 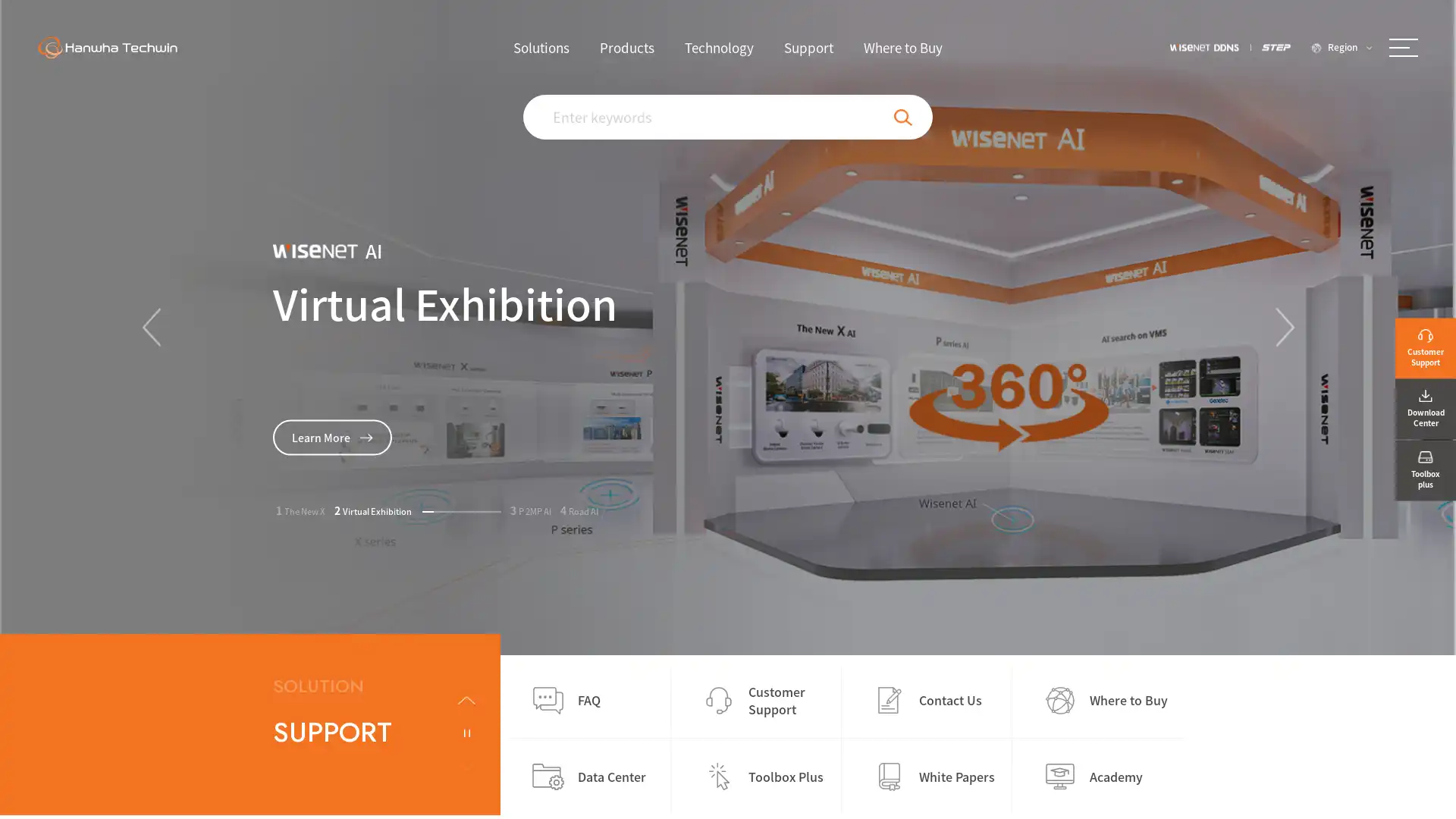 I want to click on Go to slide 4, so click(x=578, y=511).